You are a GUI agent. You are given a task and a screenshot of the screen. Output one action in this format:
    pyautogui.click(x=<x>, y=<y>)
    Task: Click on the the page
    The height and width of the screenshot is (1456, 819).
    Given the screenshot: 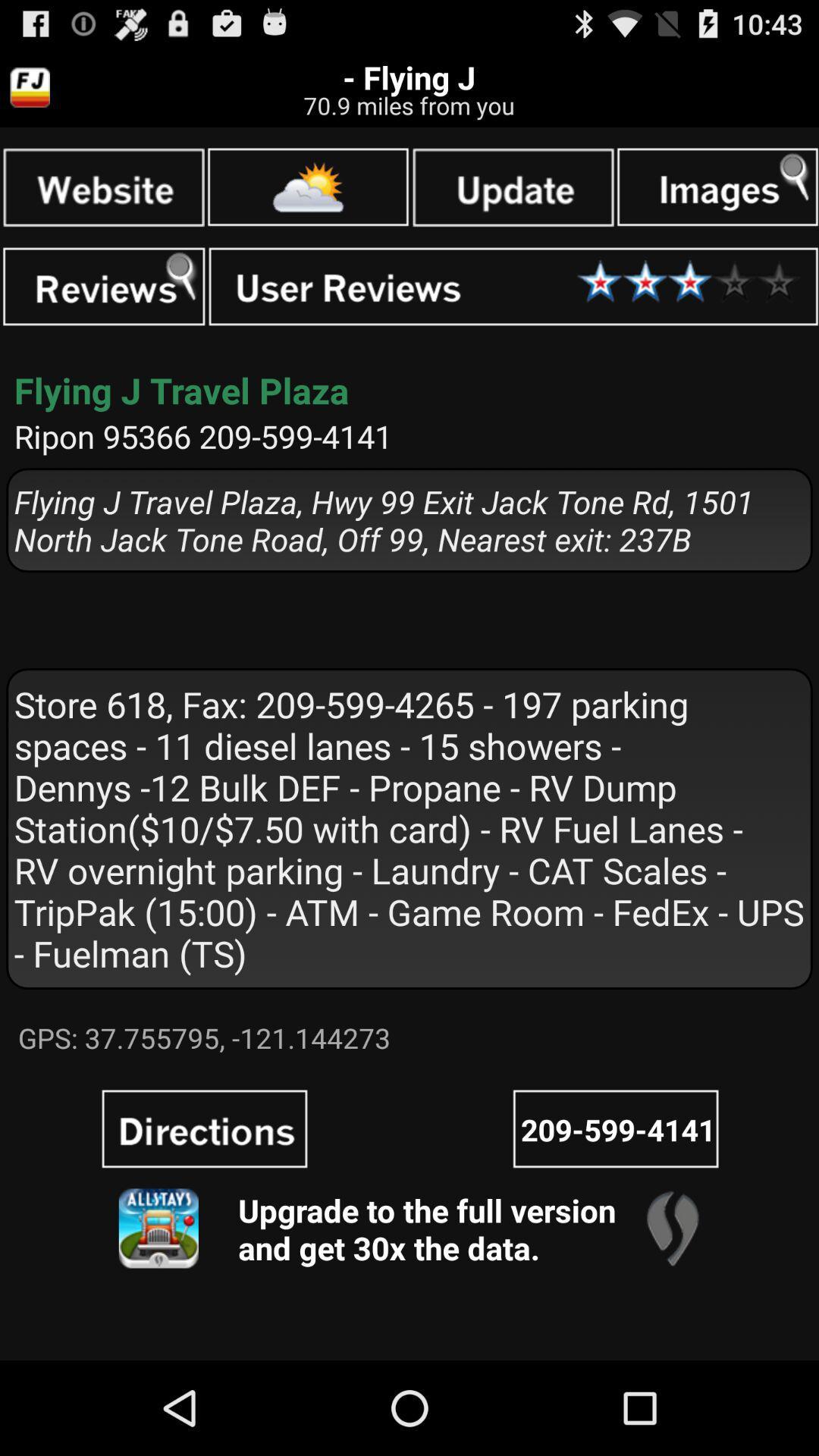 What is the action you would take?
    pyautogui.click(x=512, y=186)
    